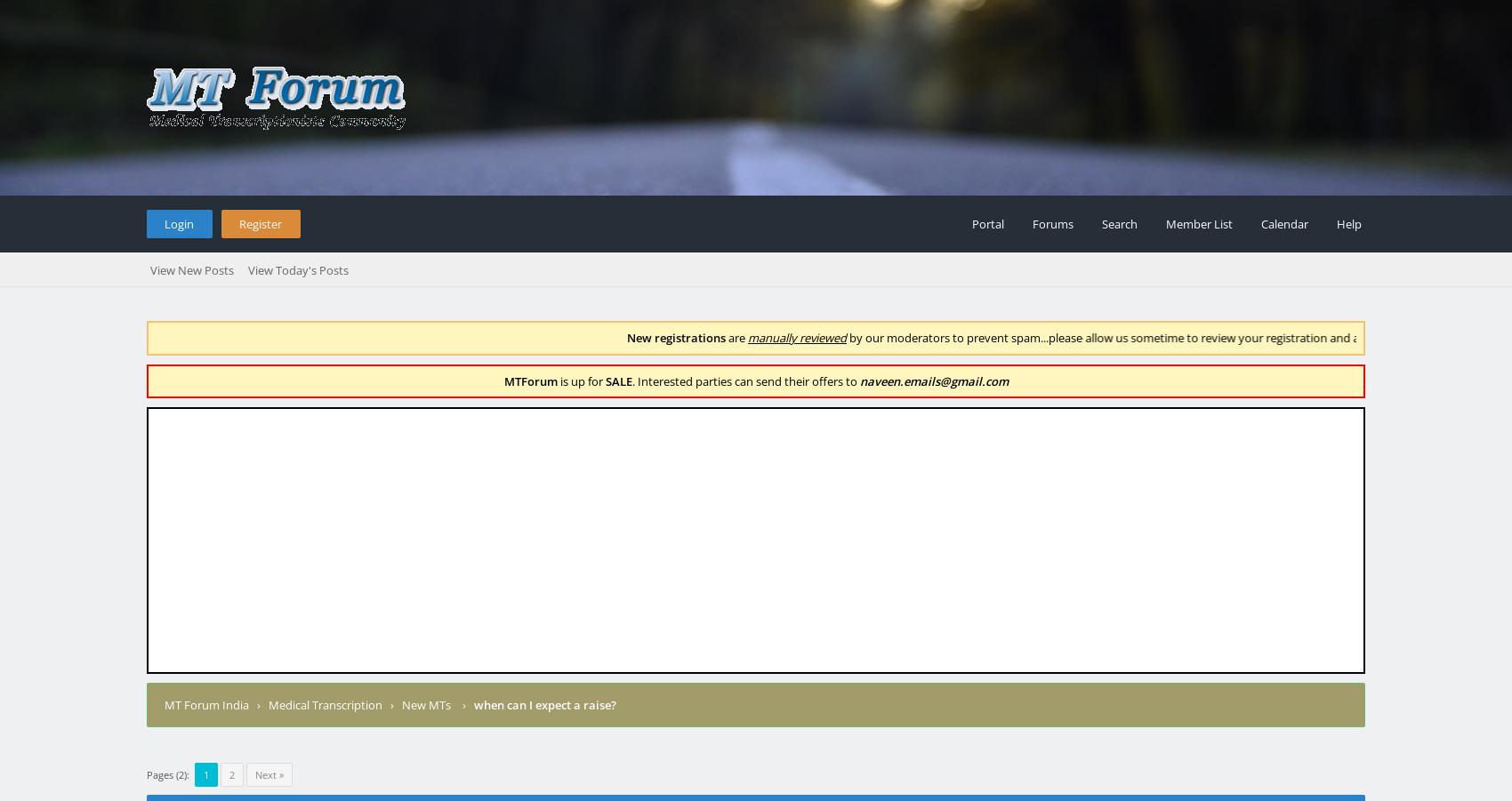 The height and width of the screenshot is (801, 1512). Describe the element at coordinates (325, 703) in the screenshot. I see `'Medical Transcription'` at that location.